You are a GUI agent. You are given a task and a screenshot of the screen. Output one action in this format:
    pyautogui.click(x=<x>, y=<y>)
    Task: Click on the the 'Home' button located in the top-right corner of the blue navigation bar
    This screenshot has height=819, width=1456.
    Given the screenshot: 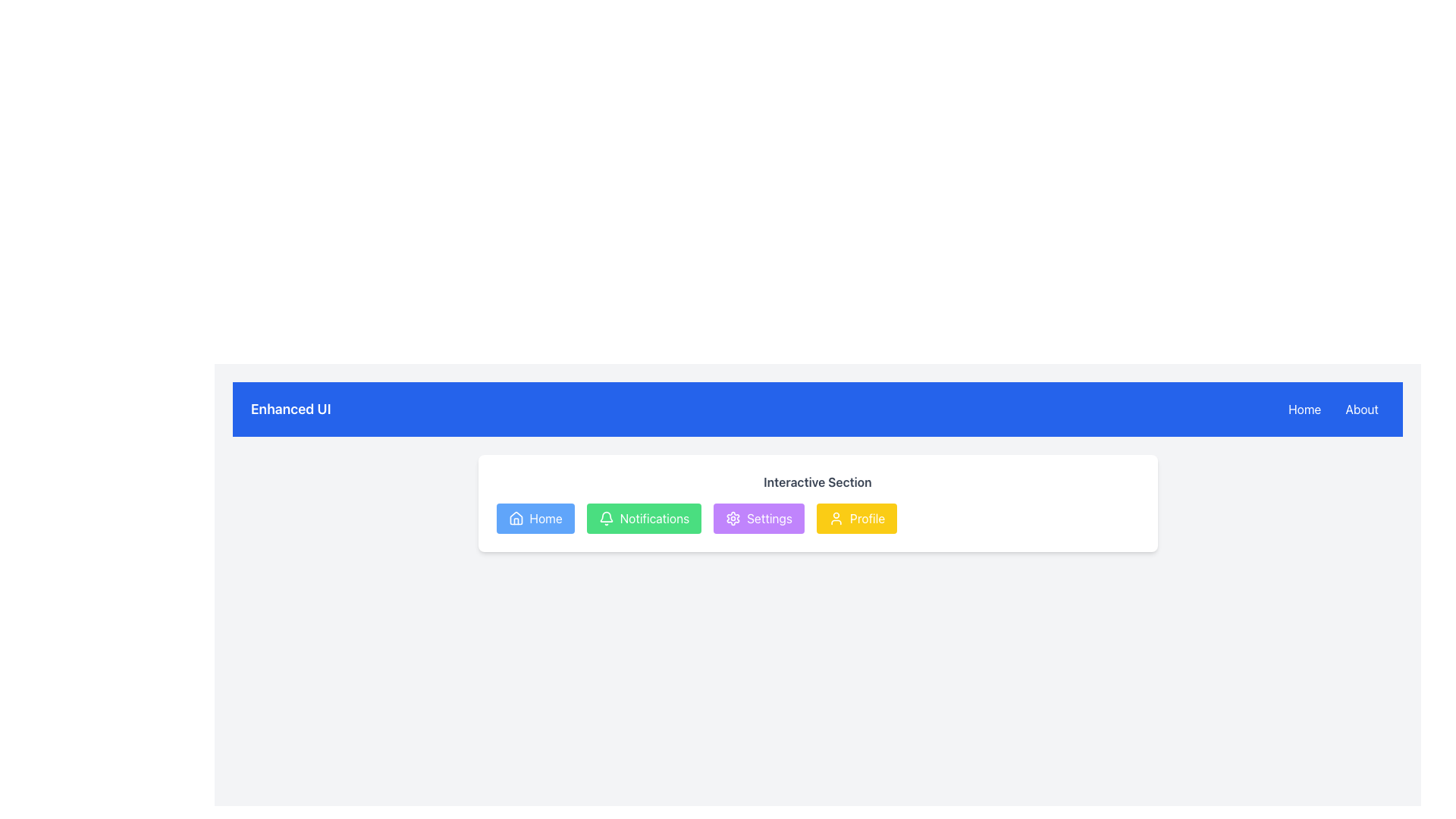 What is the action you would take?
    pyautogui.click(x=1304, y=409)
    